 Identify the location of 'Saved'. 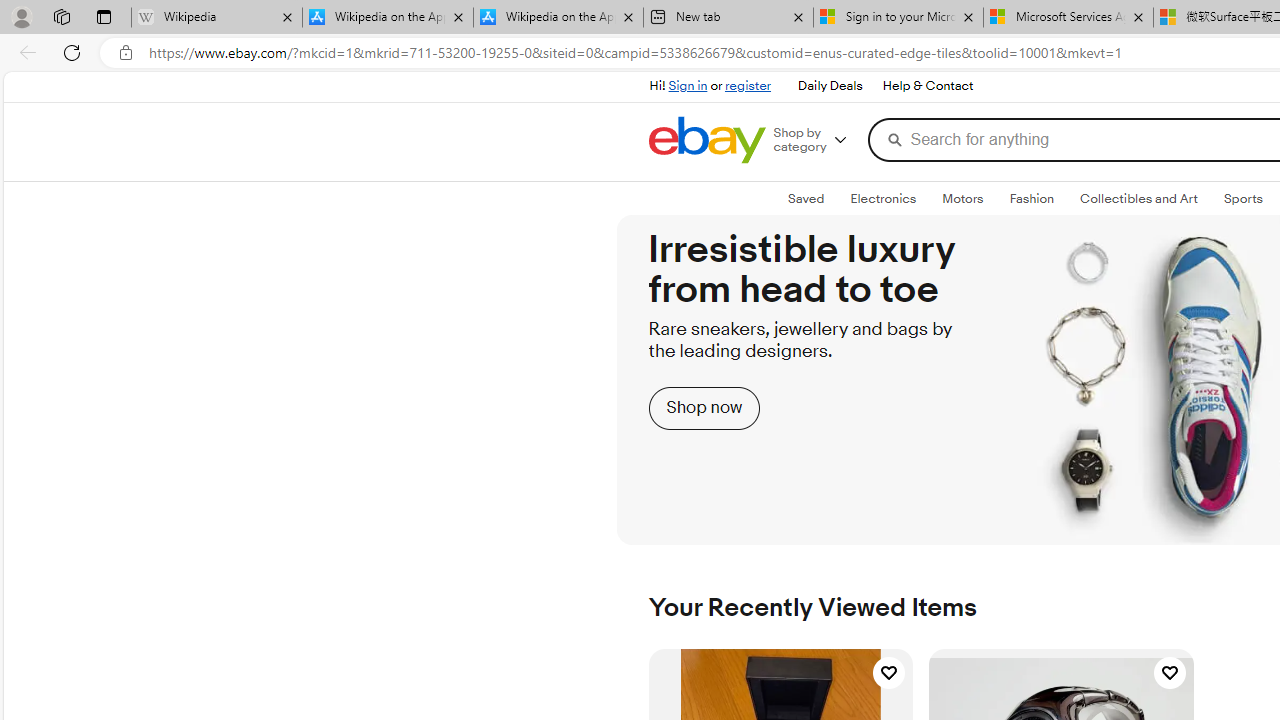
(806, 199).